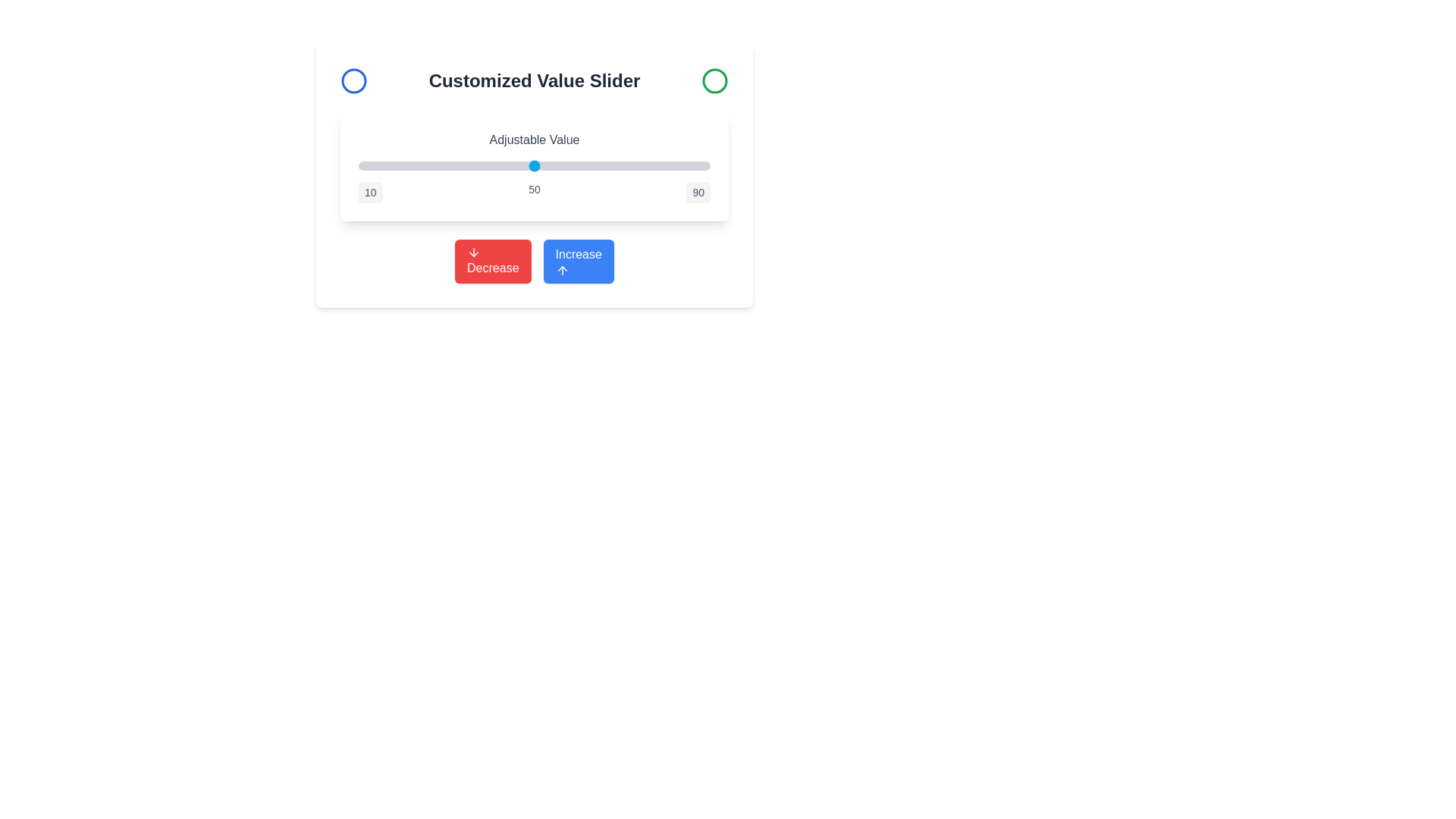 Image resolution: width=1456 pixels, height=819 pixels. I want to click on adjustable value, so click(446, 166).